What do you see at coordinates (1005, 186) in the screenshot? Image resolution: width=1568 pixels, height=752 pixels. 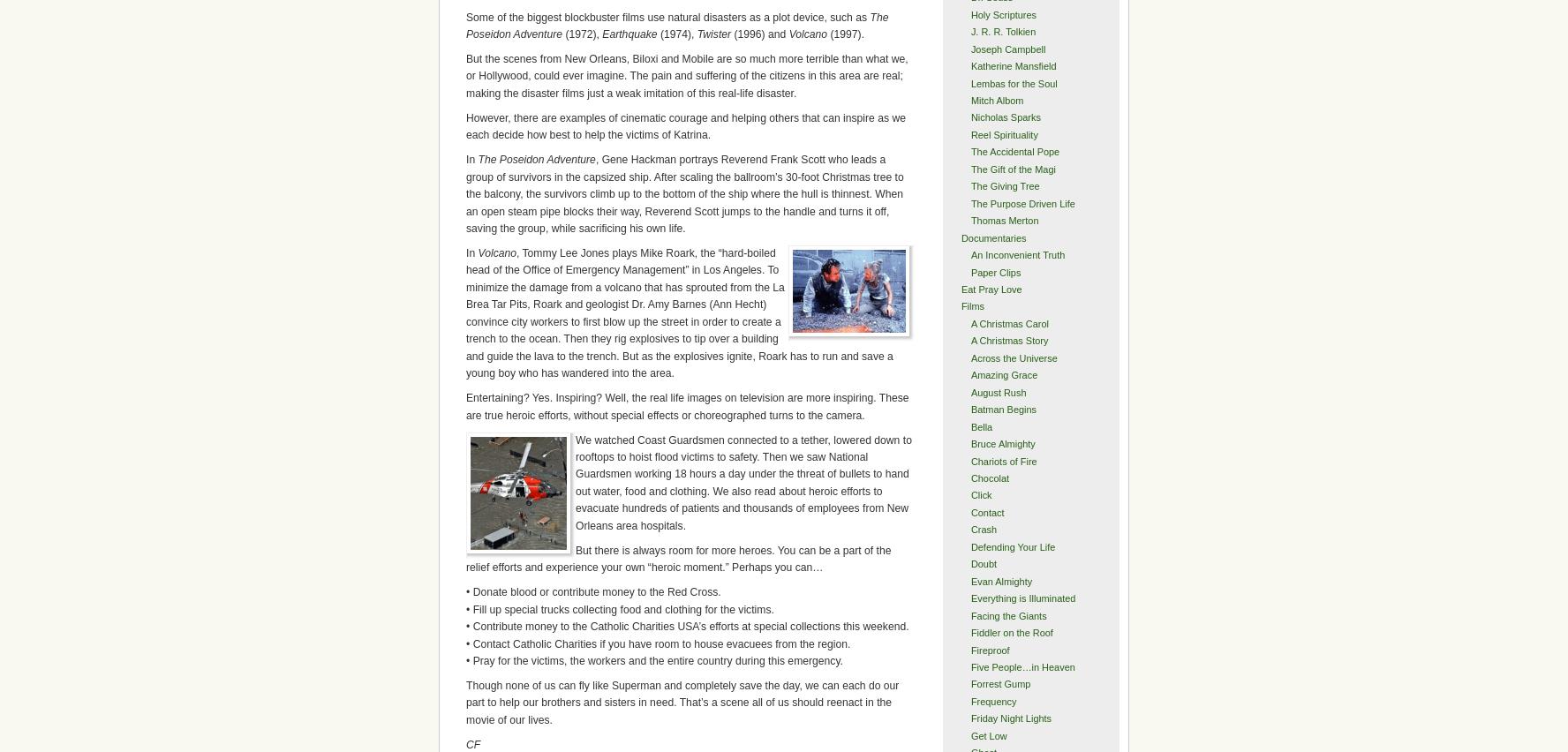 I see `'The Giving Tree'` at bounding box center [1005, 186].